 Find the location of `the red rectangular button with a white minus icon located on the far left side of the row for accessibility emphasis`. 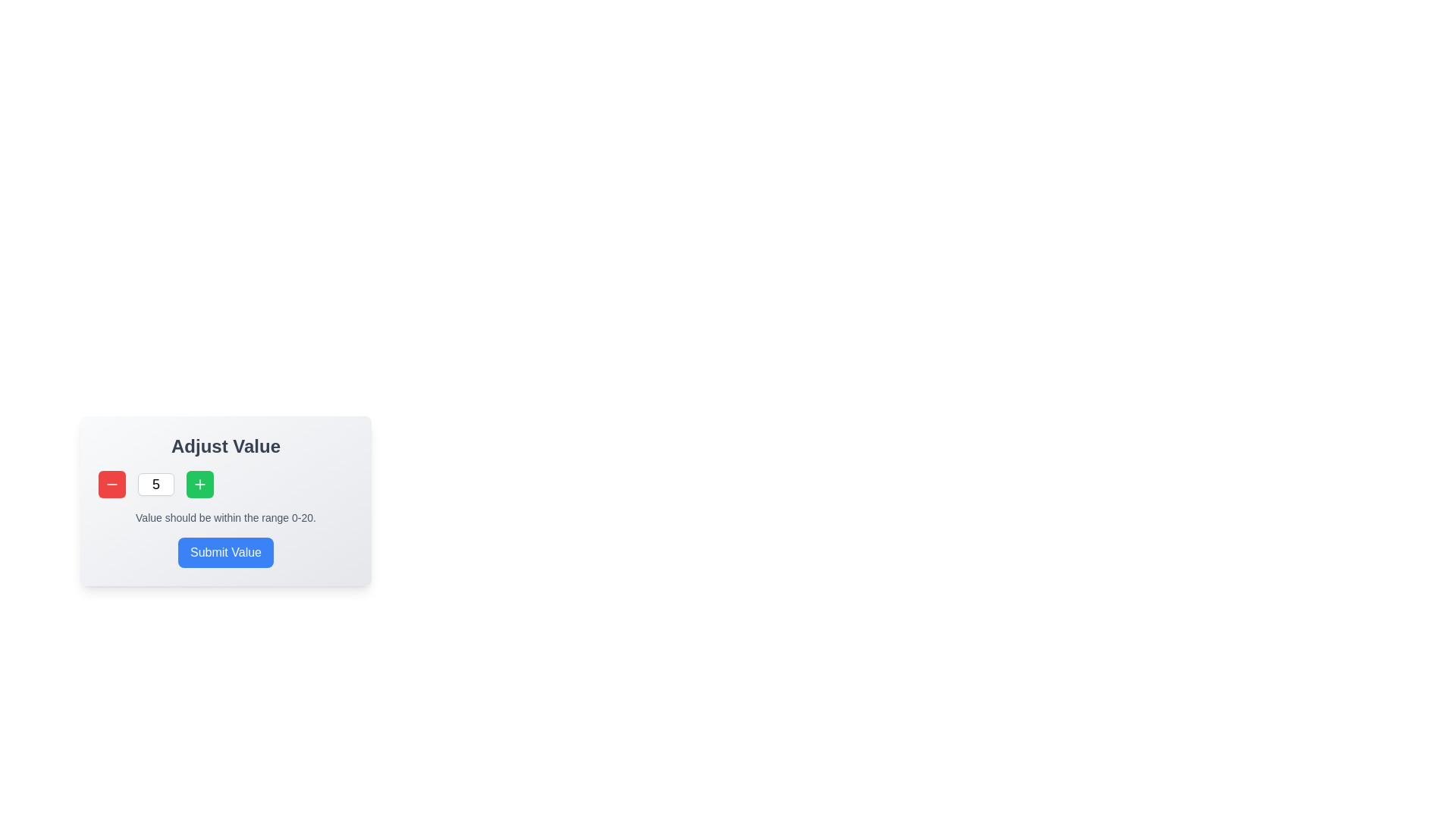

the red rectangular button with a white minus icon located on the far left side of the row for accessibility emphasis is located at coordinates (111, 485).